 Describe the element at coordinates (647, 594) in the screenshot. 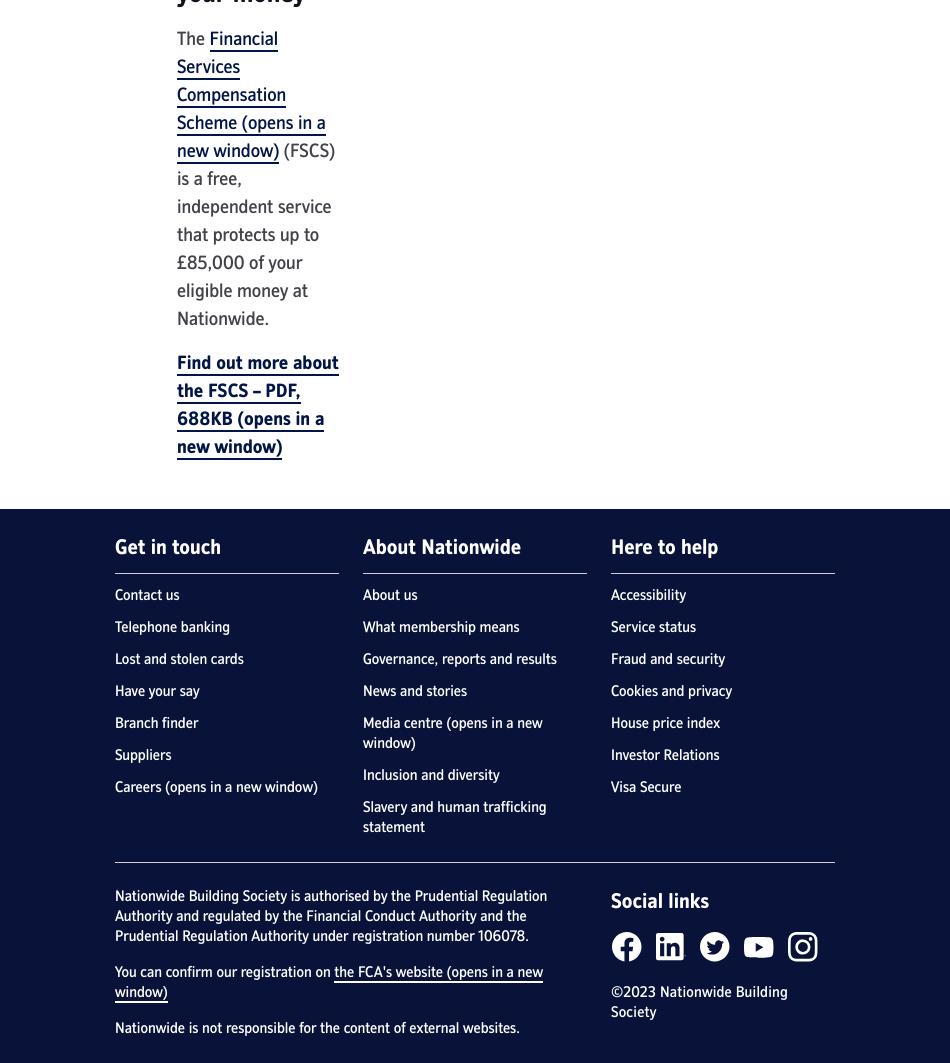

I see `'Accessibility'` at that location.